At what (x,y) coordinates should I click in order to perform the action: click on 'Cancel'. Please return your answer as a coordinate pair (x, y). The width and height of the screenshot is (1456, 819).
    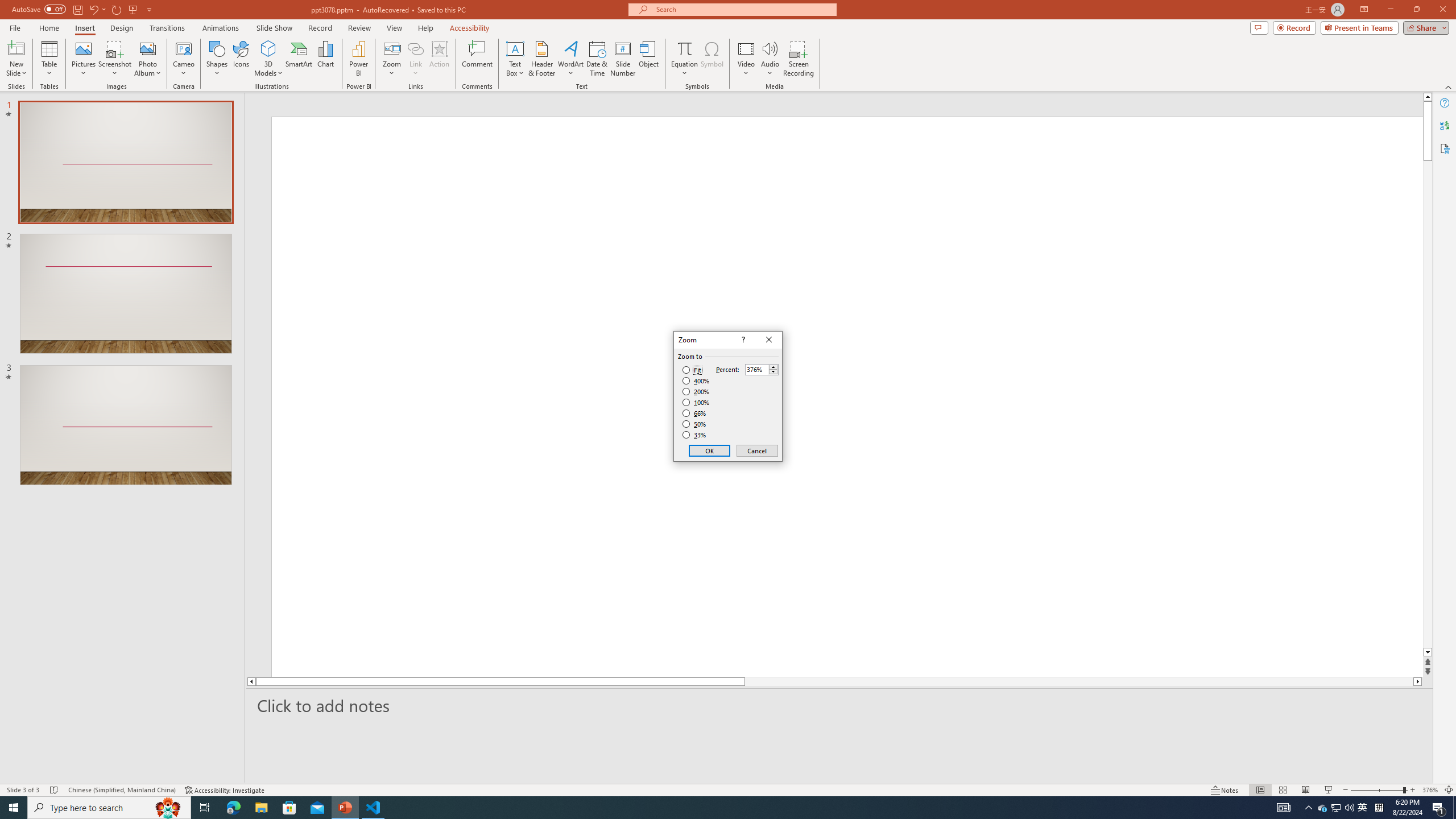
    Looking at the image, I should click on (756, 450).